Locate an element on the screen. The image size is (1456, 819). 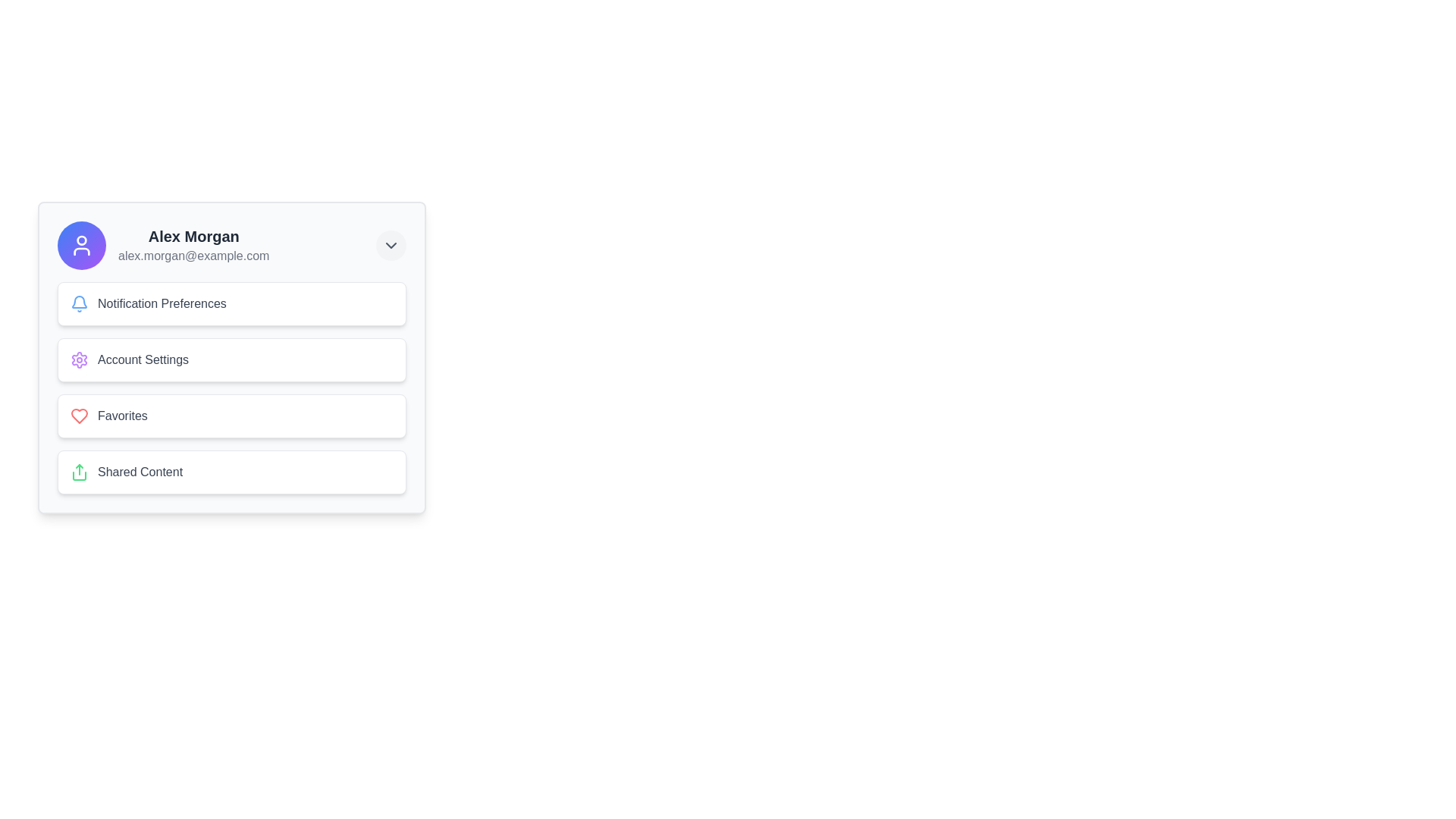
the 'Favorites' icon located in the dropdown menu, which represents the section for saving or marking items as favorites, positioned adjacent to the 'Favorites' label is located at coordinates (79, 416).